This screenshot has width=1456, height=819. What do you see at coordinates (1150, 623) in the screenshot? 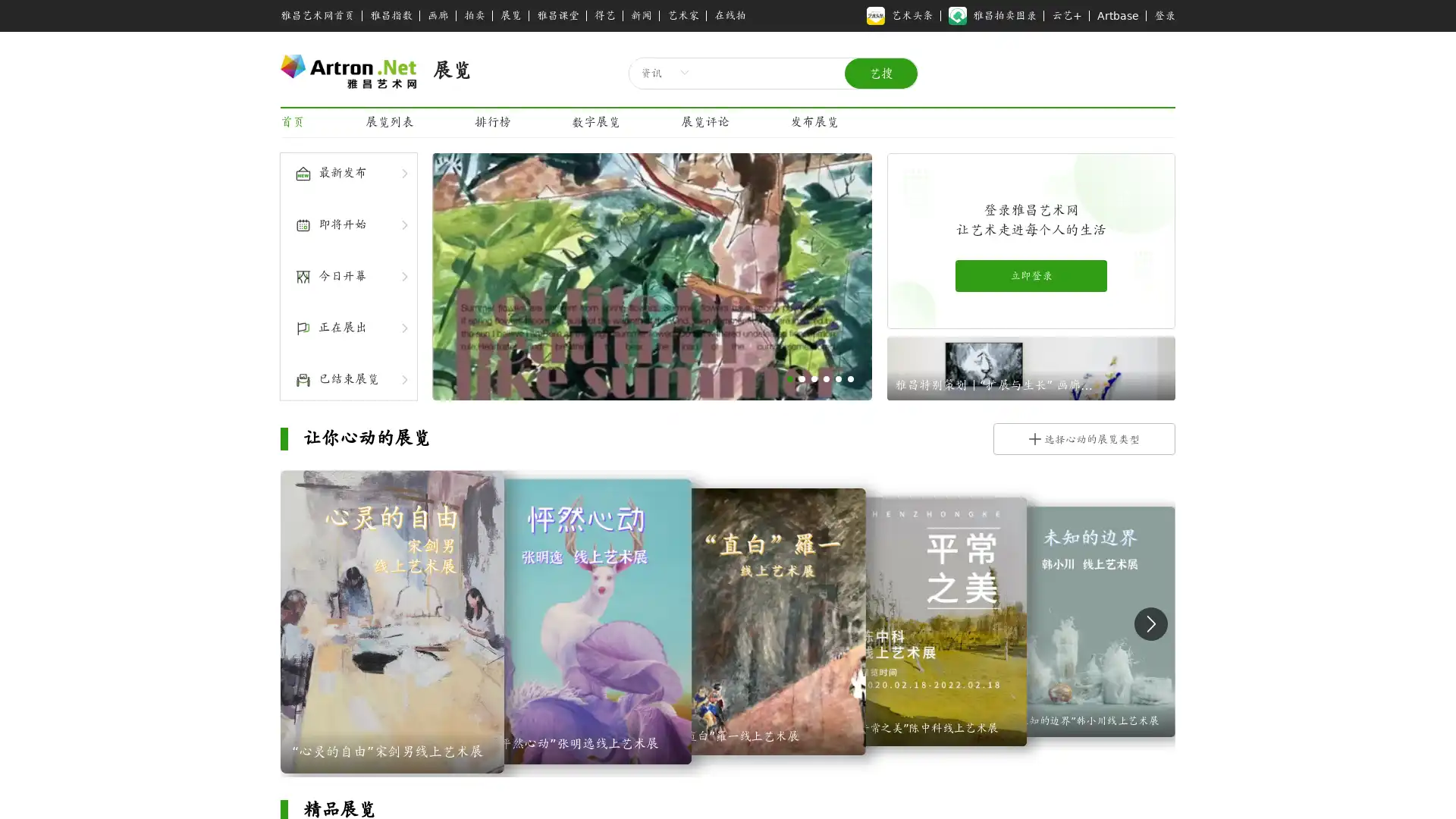
I see `Next slide` at bounding box center [1150, 623].